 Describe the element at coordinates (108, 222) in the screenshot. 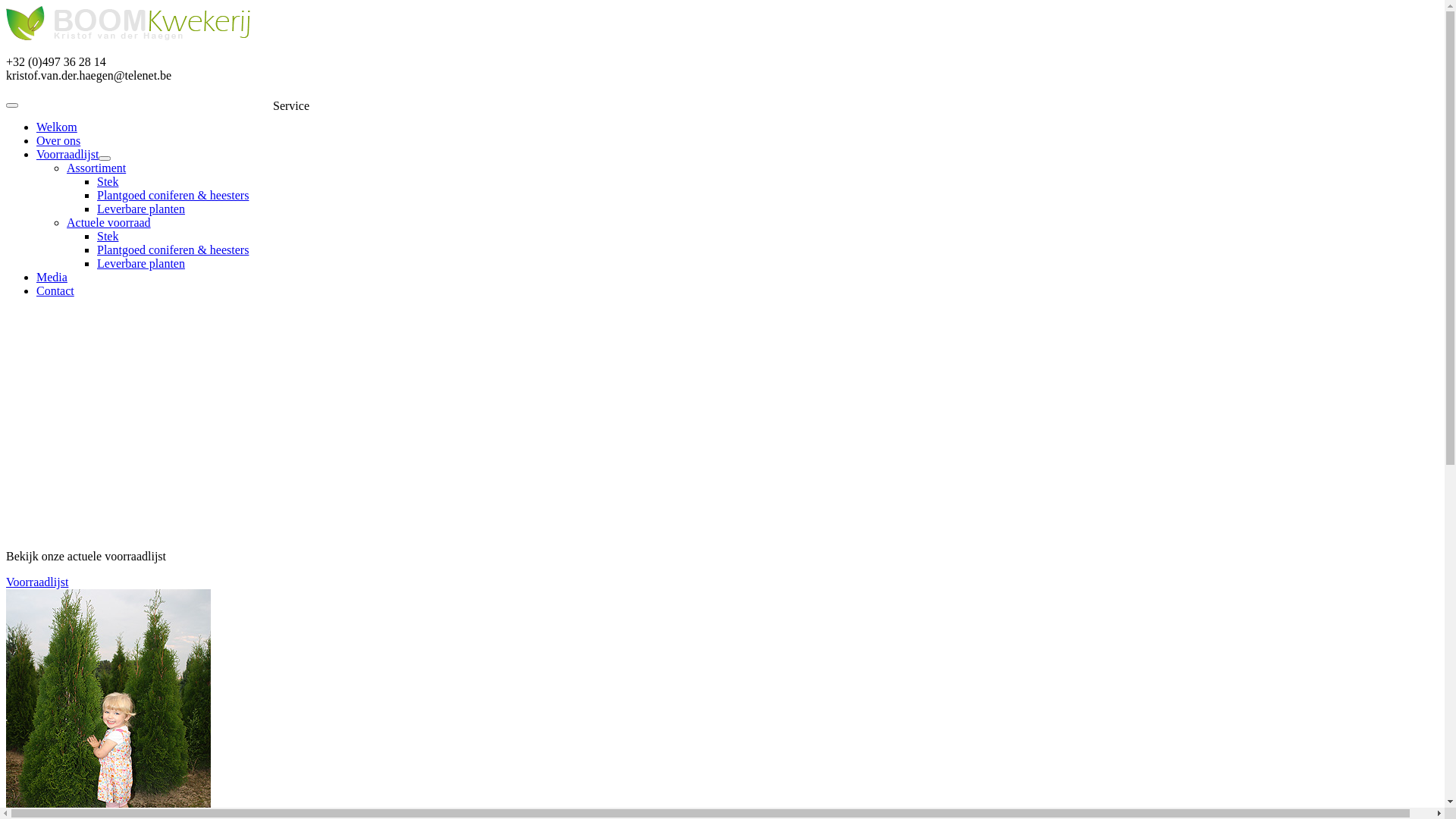

I see `'Actuele voorraad'` at that location.